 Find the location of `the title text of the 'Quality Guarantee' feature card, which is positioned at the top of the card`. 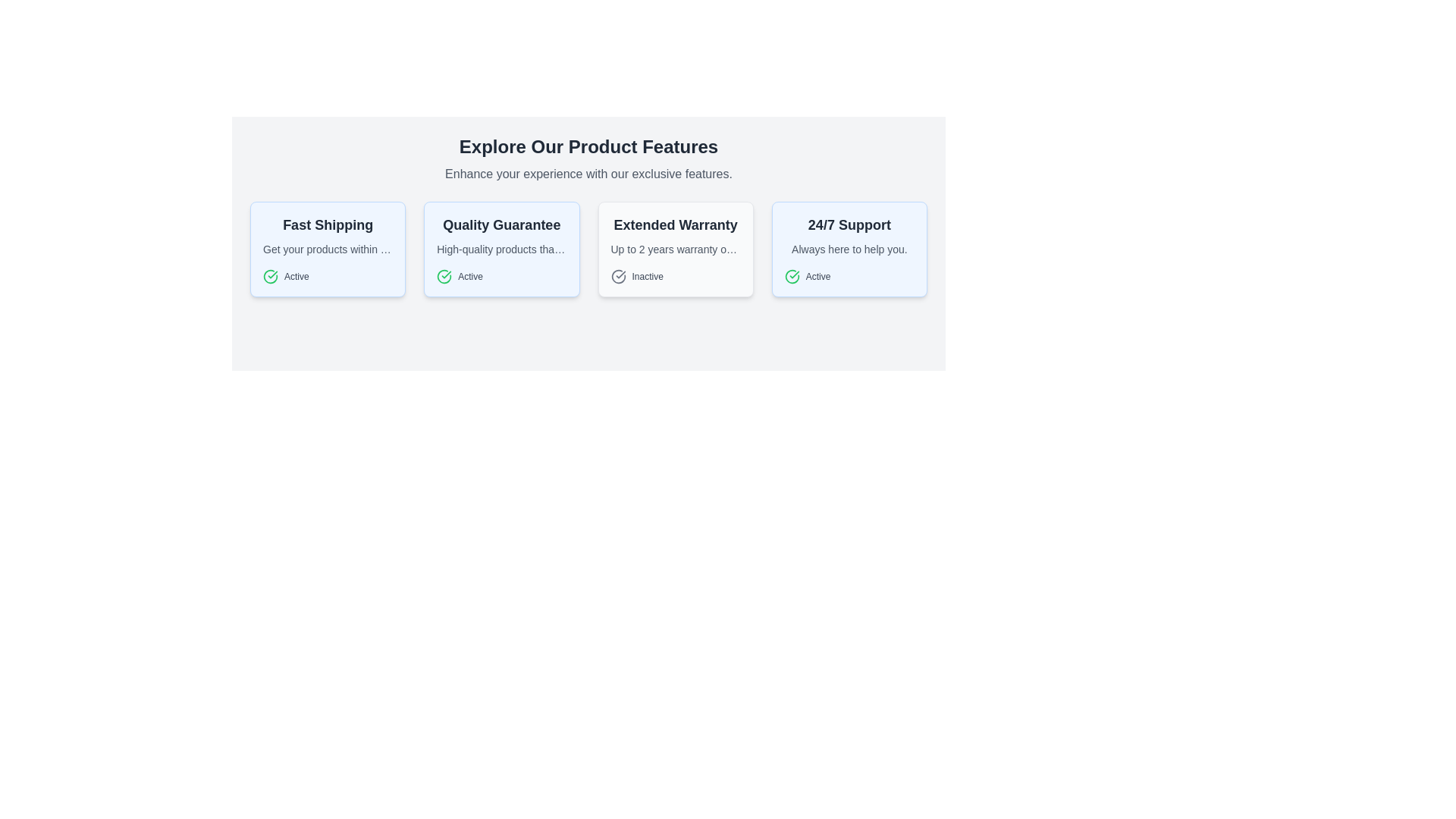

the title text of the 'Quality Guarantee' feature card, which is positioned at the top of the card is located at coordinates (501, 225).